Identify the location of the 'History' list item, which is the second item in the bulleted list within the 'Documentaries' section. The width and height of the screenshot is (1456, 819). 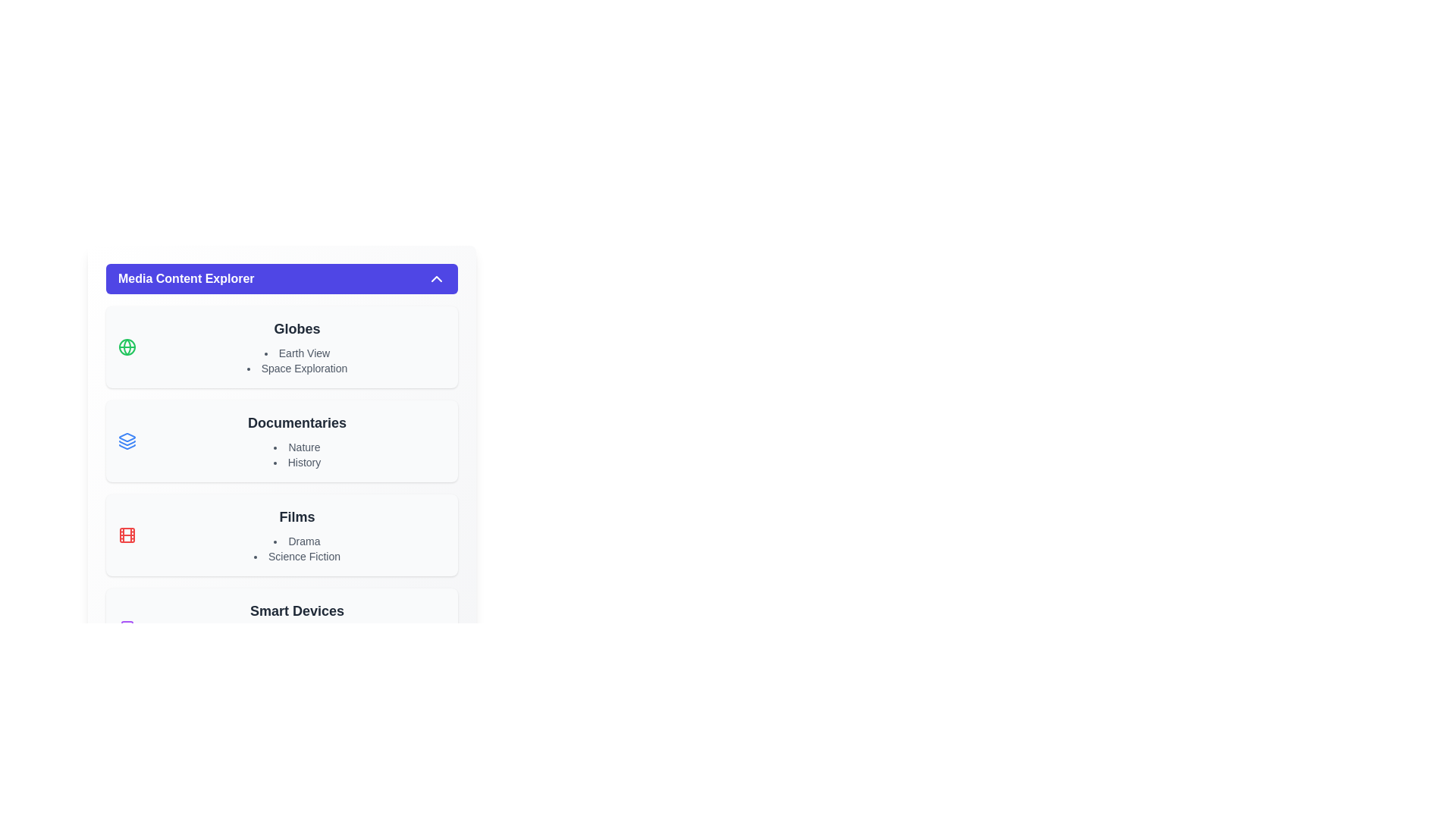
(297, 461).